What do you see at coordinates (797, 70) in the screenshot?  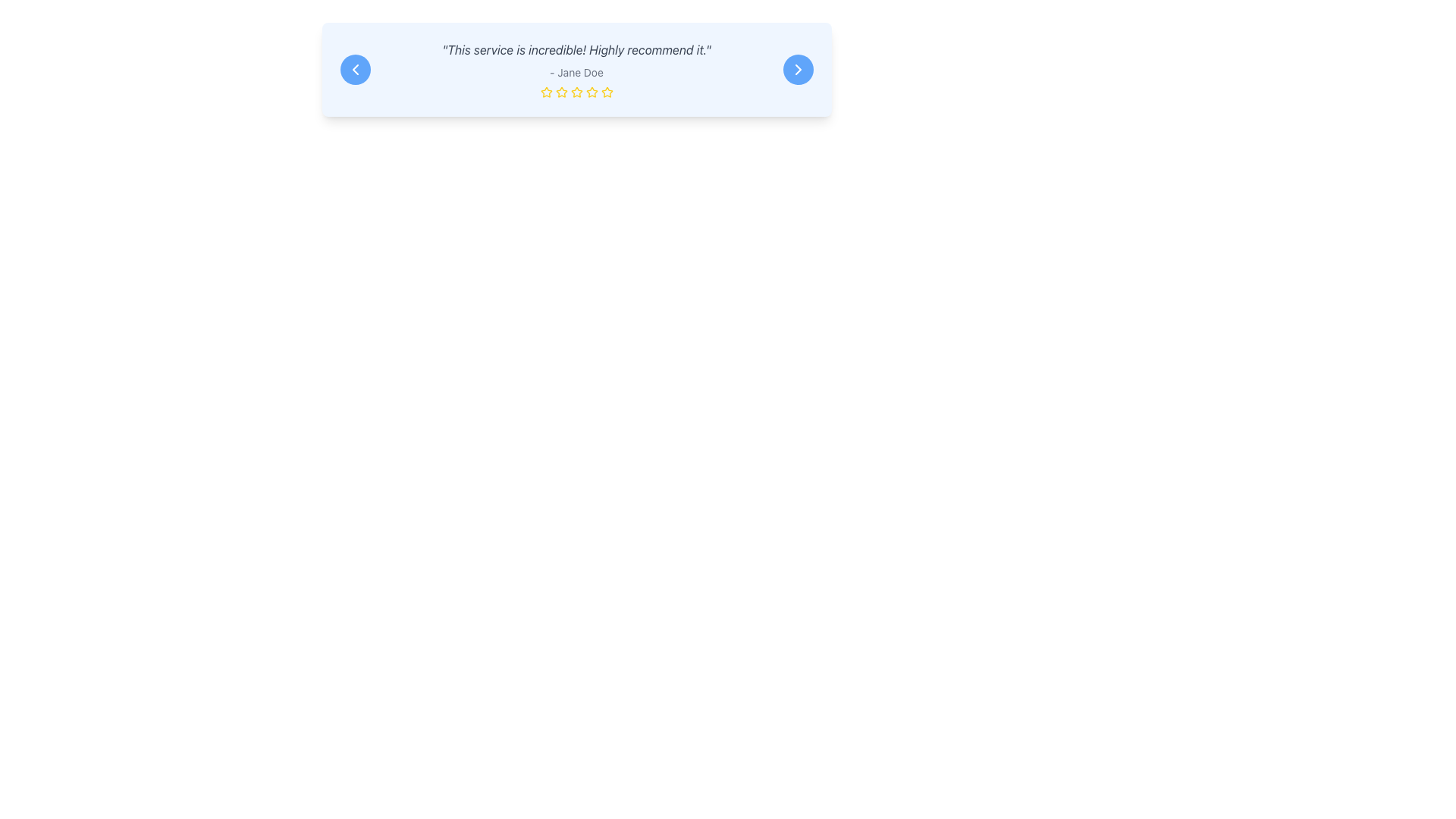 I see `the navigation icon within the blue button on the right side of the review card to activate hover effects` at bounding box center [797, 70].